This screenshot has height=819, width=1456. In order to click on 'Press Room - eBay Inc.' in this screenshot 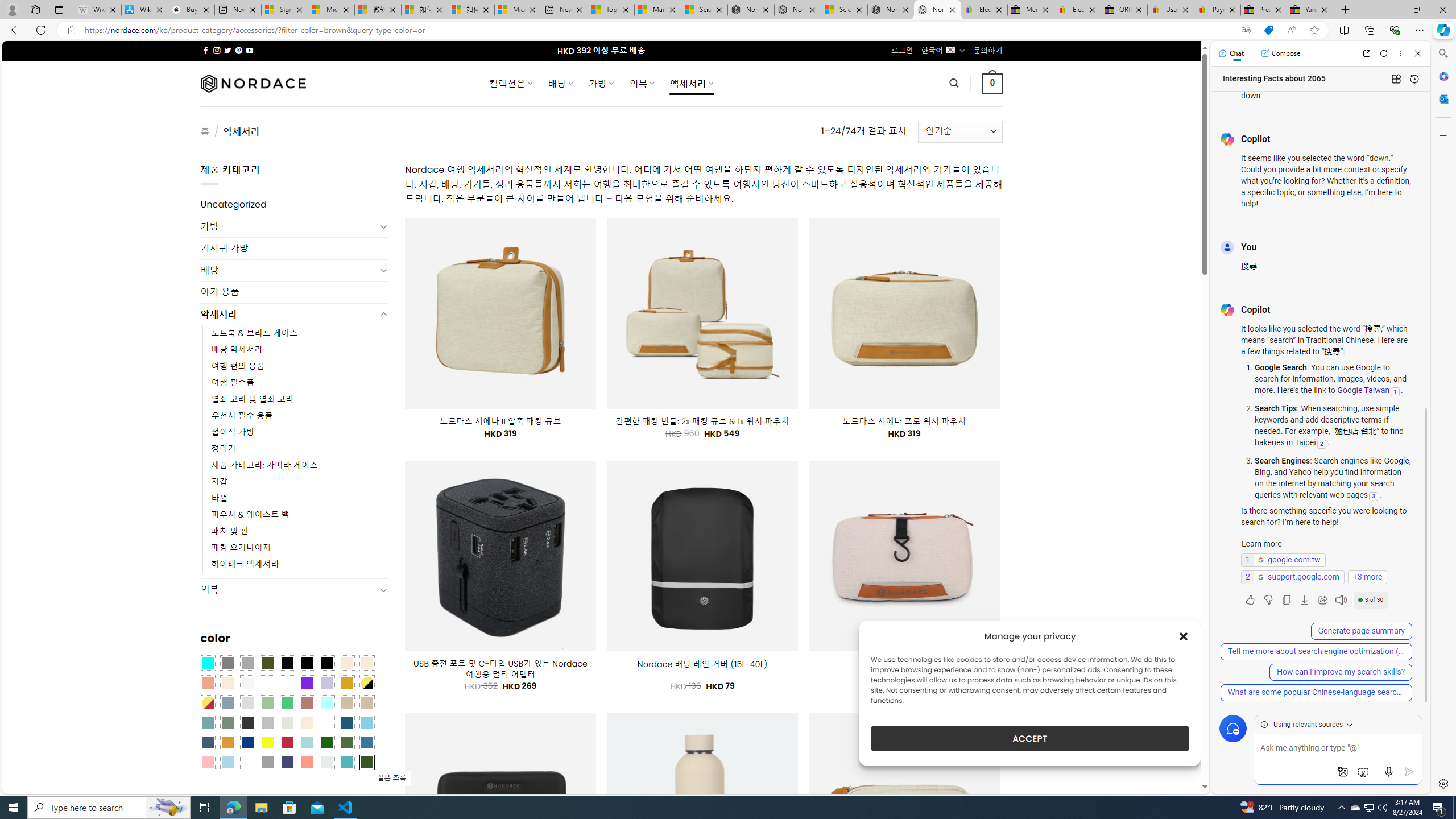, I will do `click(1263, 9)`.